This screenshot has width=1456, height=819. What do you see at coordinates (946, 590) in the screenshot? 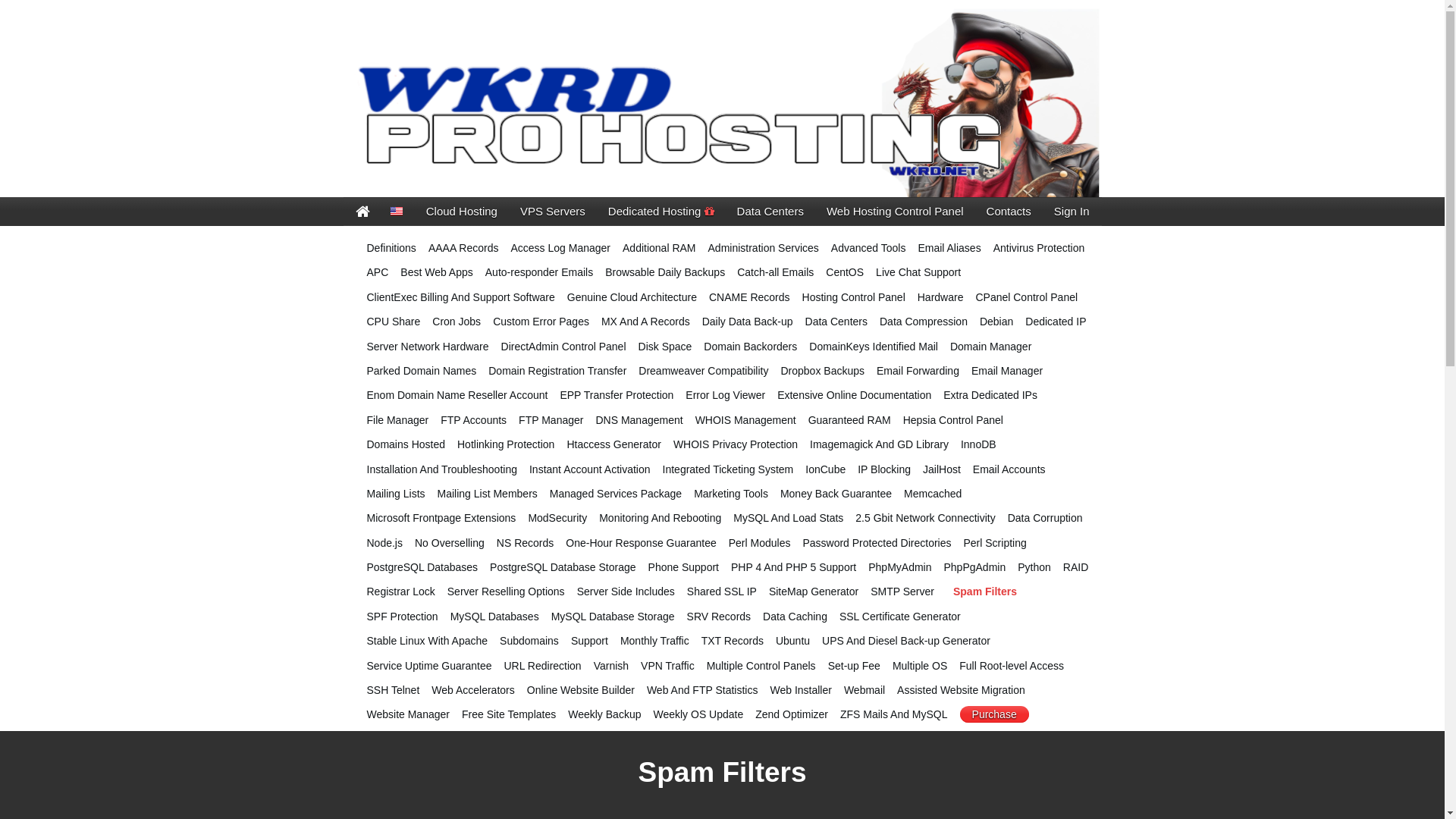
I see `'Spam Filters'` at bounding box center [946, 590].